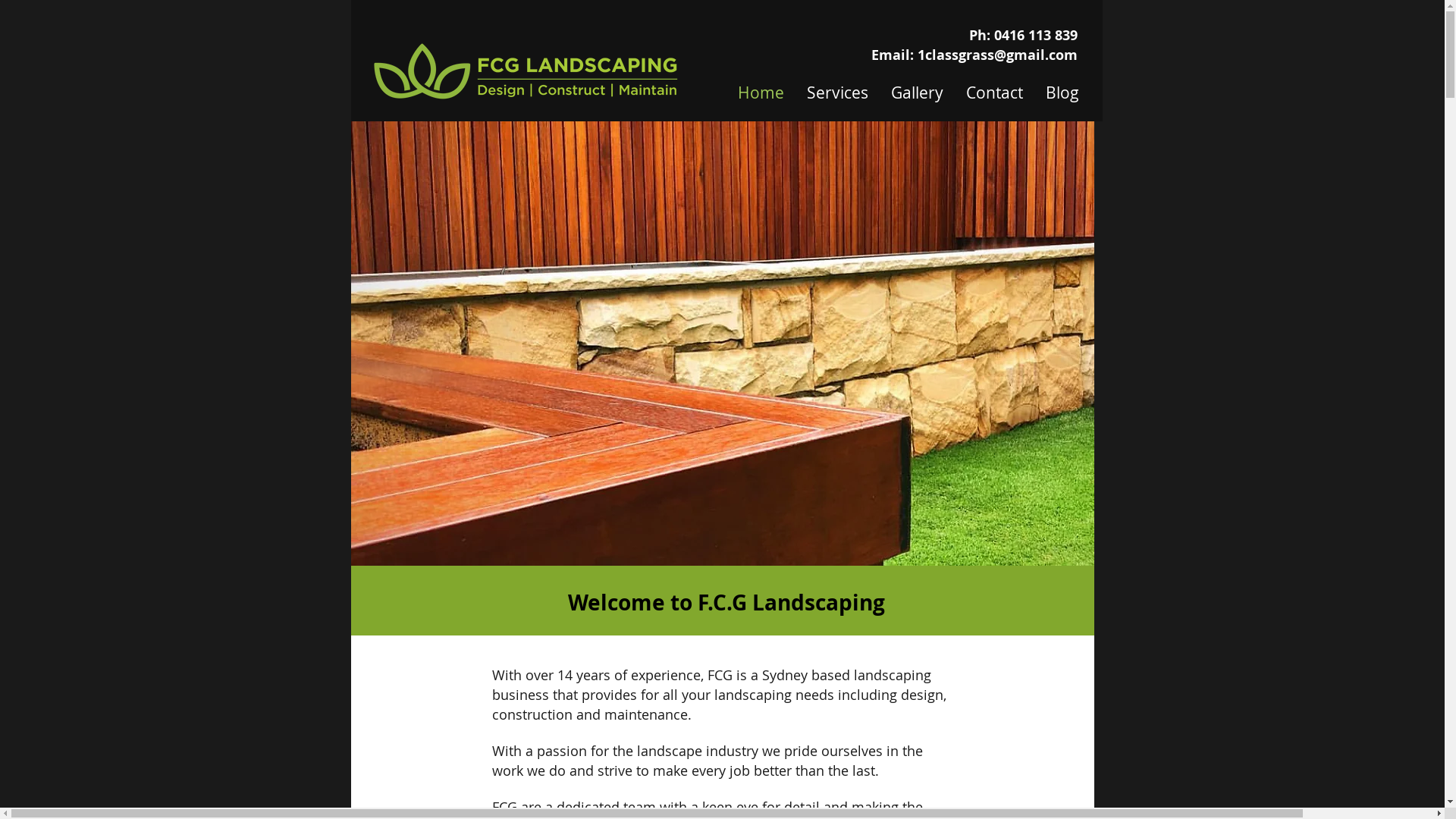  I want to click on 'Home', so click(726, 89).